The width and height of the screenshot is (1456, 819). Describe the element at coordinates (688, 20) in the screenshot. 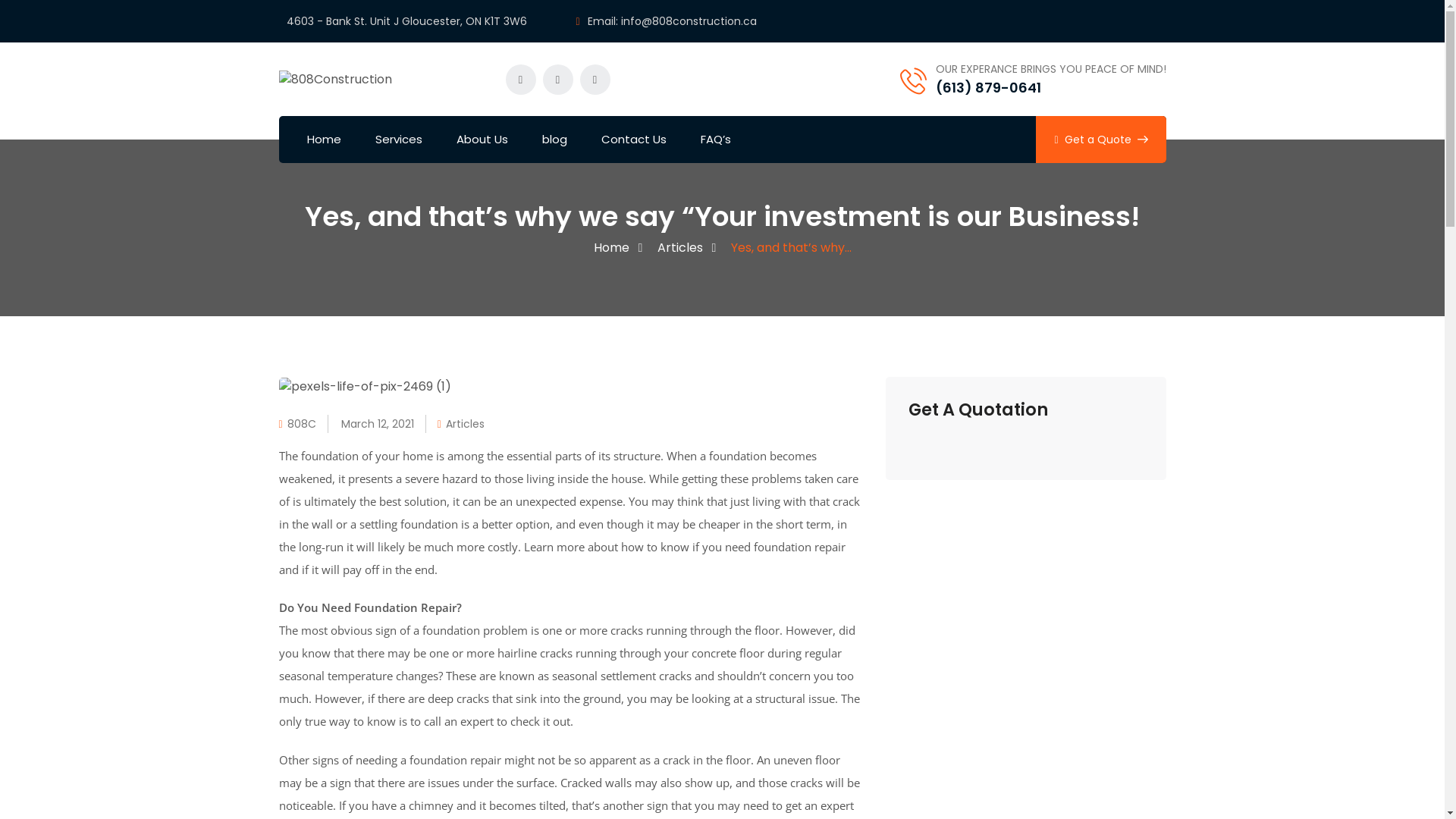

I see `'info@808construction.ca'` at that location.